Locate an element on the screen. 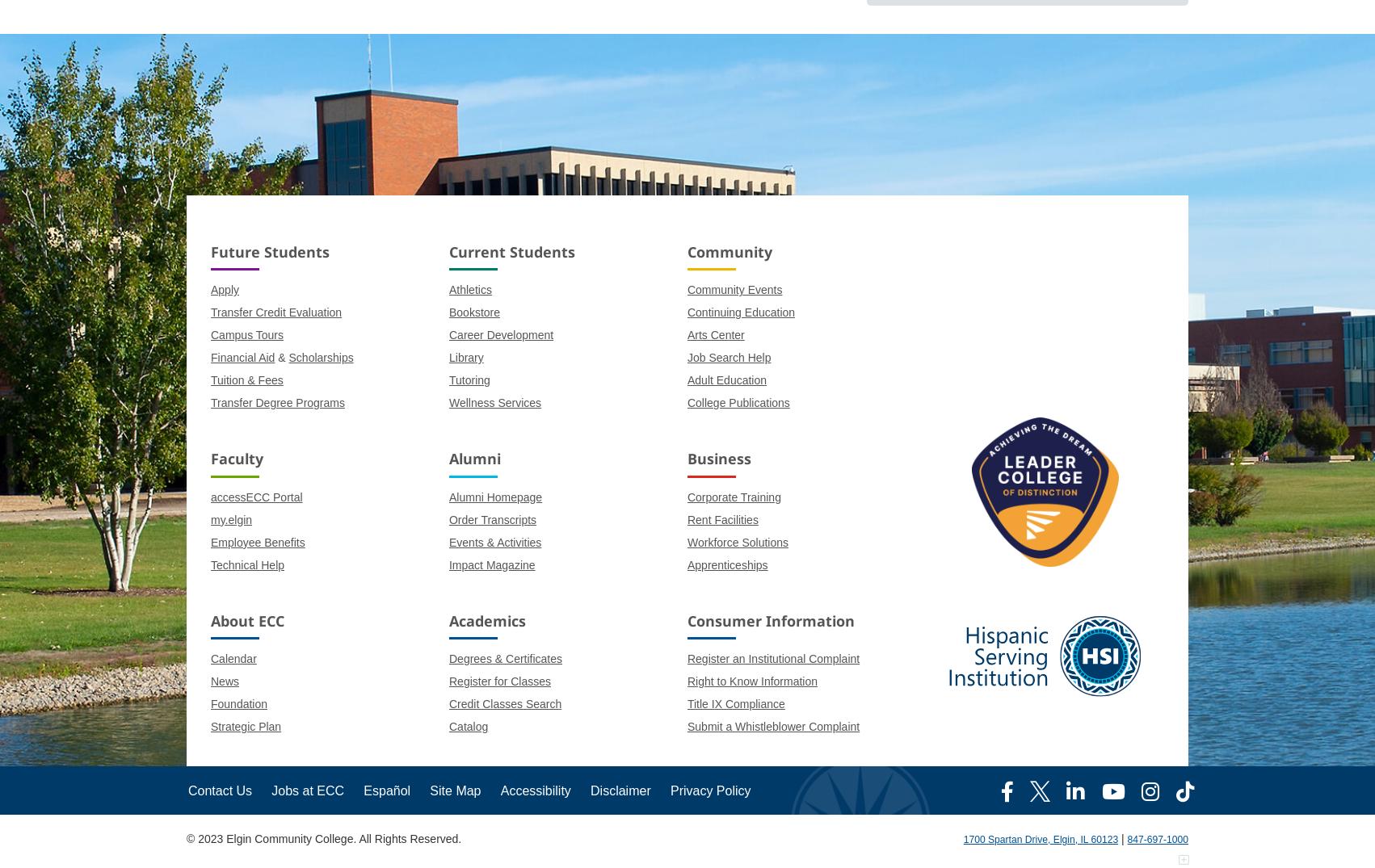 The height and width of the screenshot is (868, 1375). 'Impact Magazine' is located at coordinates (491, 563).